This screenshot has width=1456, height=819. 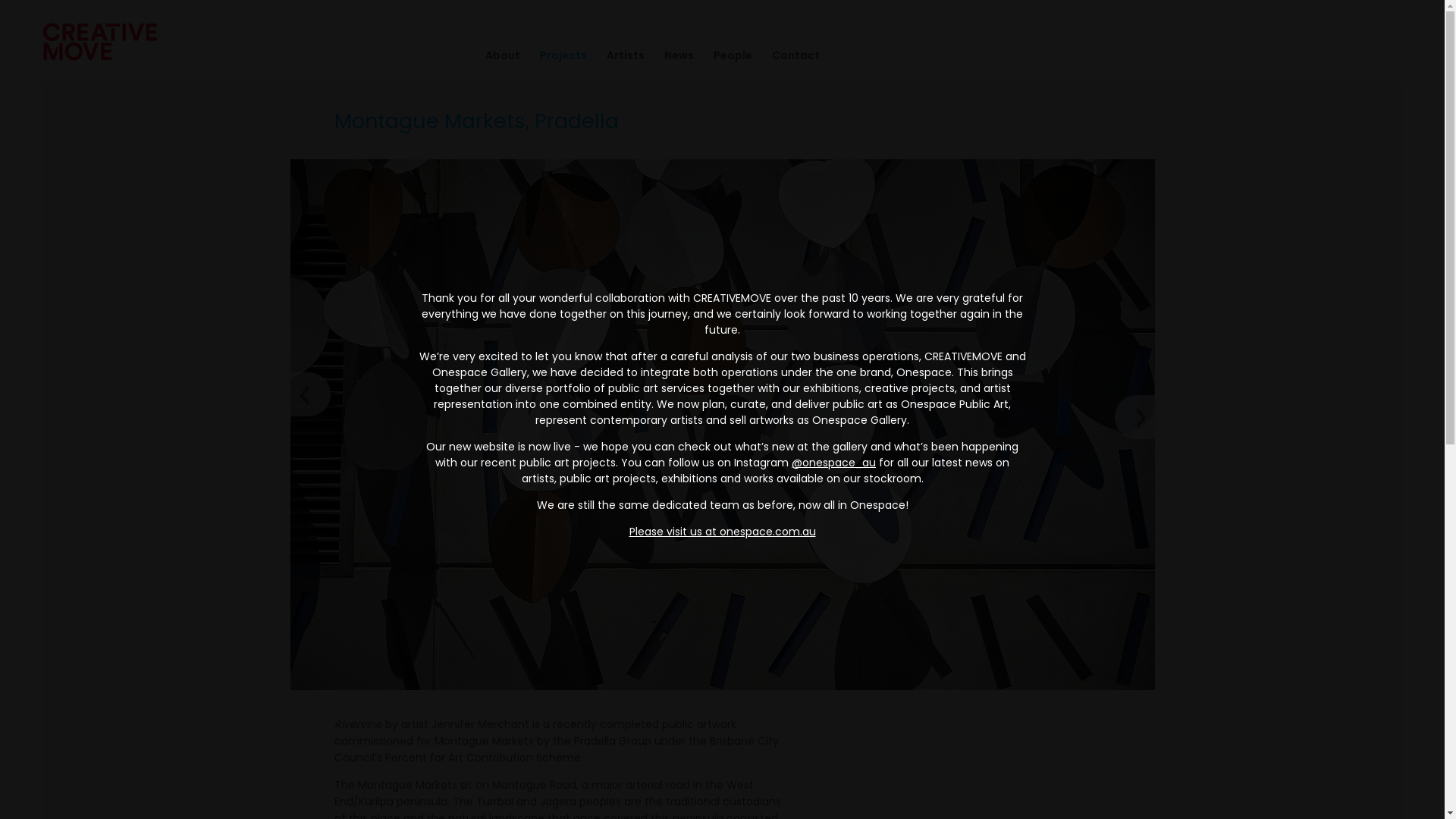 What do you see at coordinates (629, 529) in the screenshot?
I see `'Please visit us at onespace.com.au'` at bounding box center [629, 529].